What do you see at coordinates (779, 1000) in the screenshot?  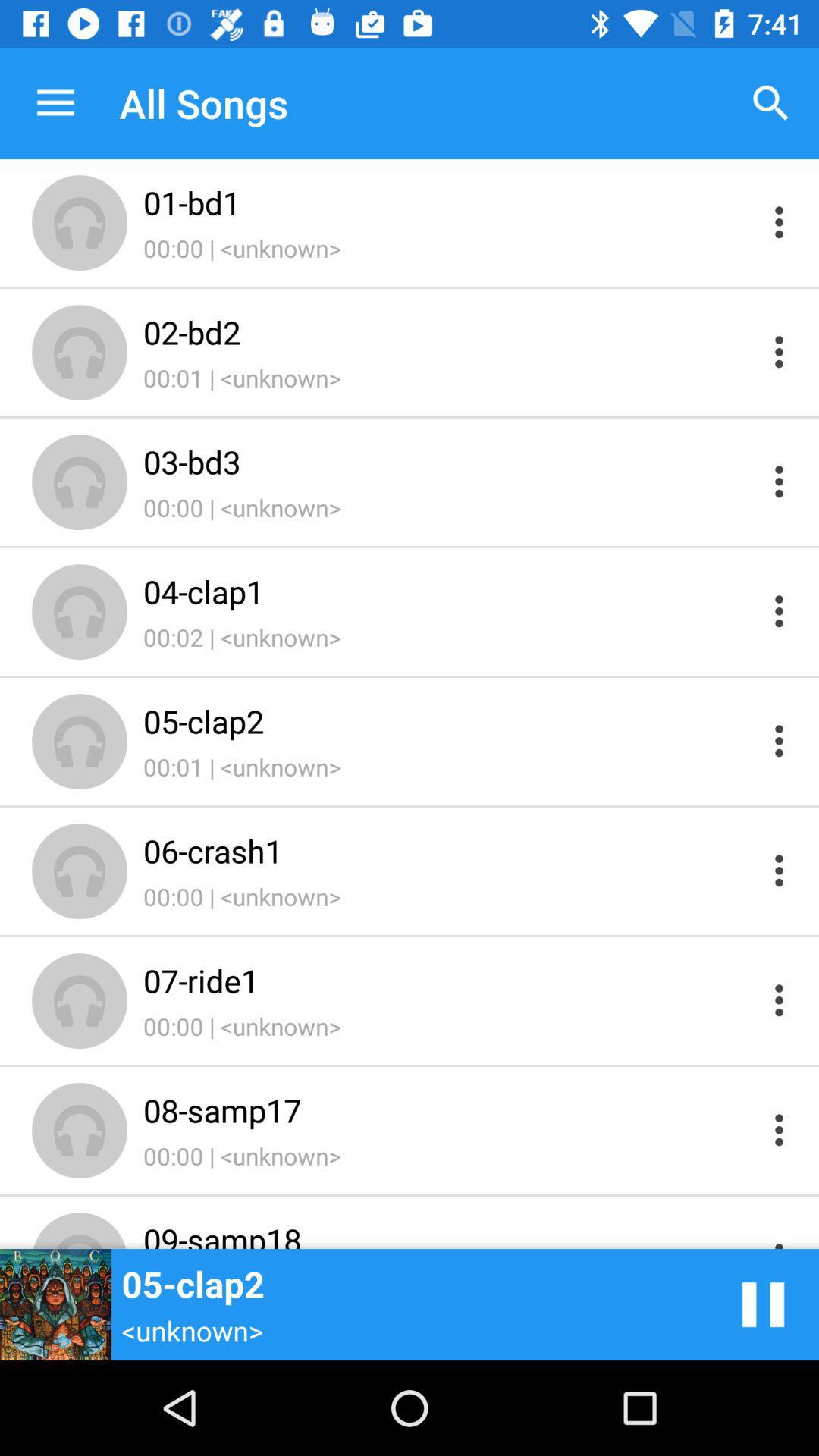 I see `more information` at bounding box center [779, 1000].